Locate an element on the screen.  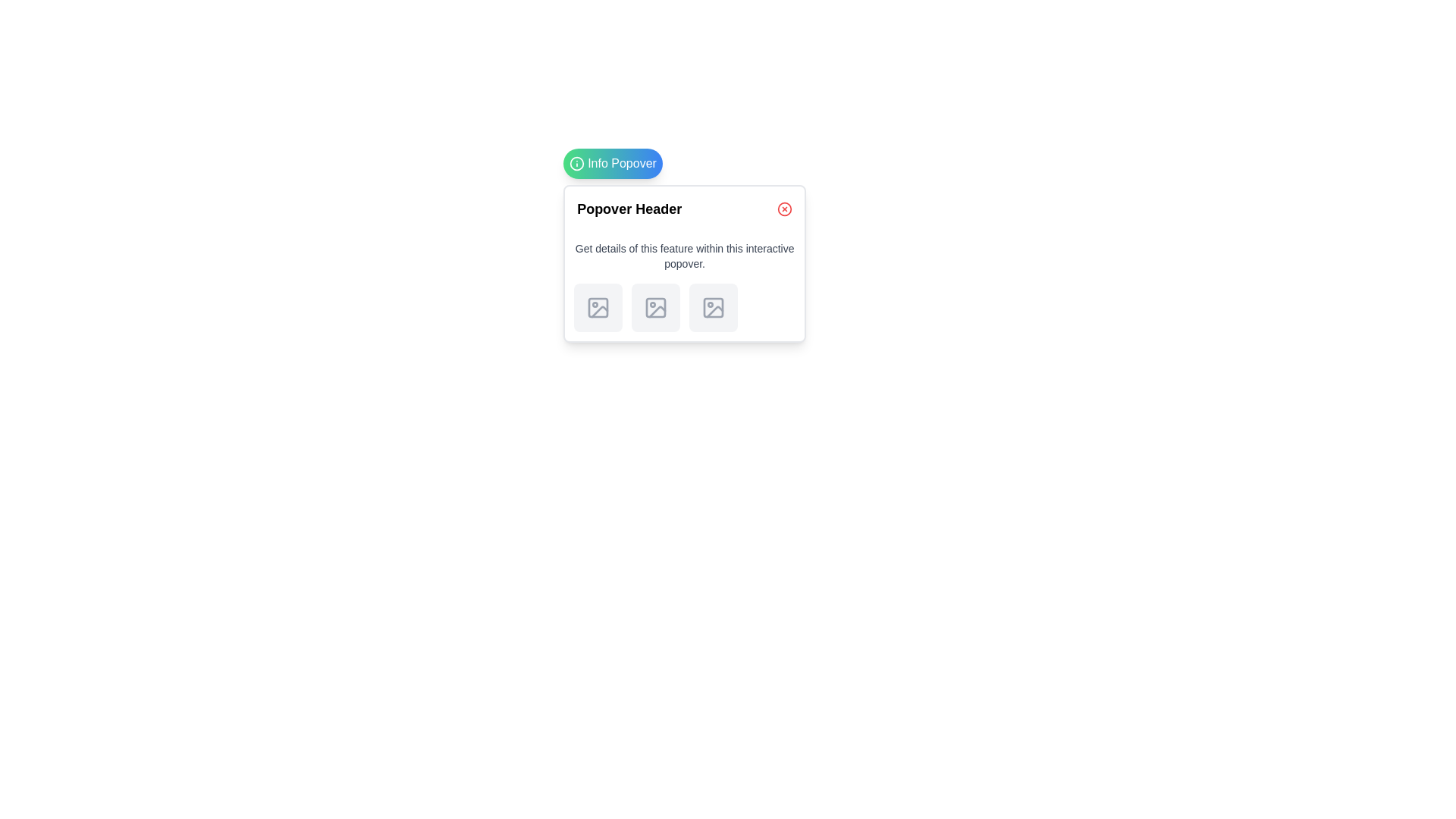
the icon representing an image or photograph located as the second icon from the left in a horizontal sequence below the 'Popover Header' text to interact with its associated functionality is located at coordinates (657, 311).